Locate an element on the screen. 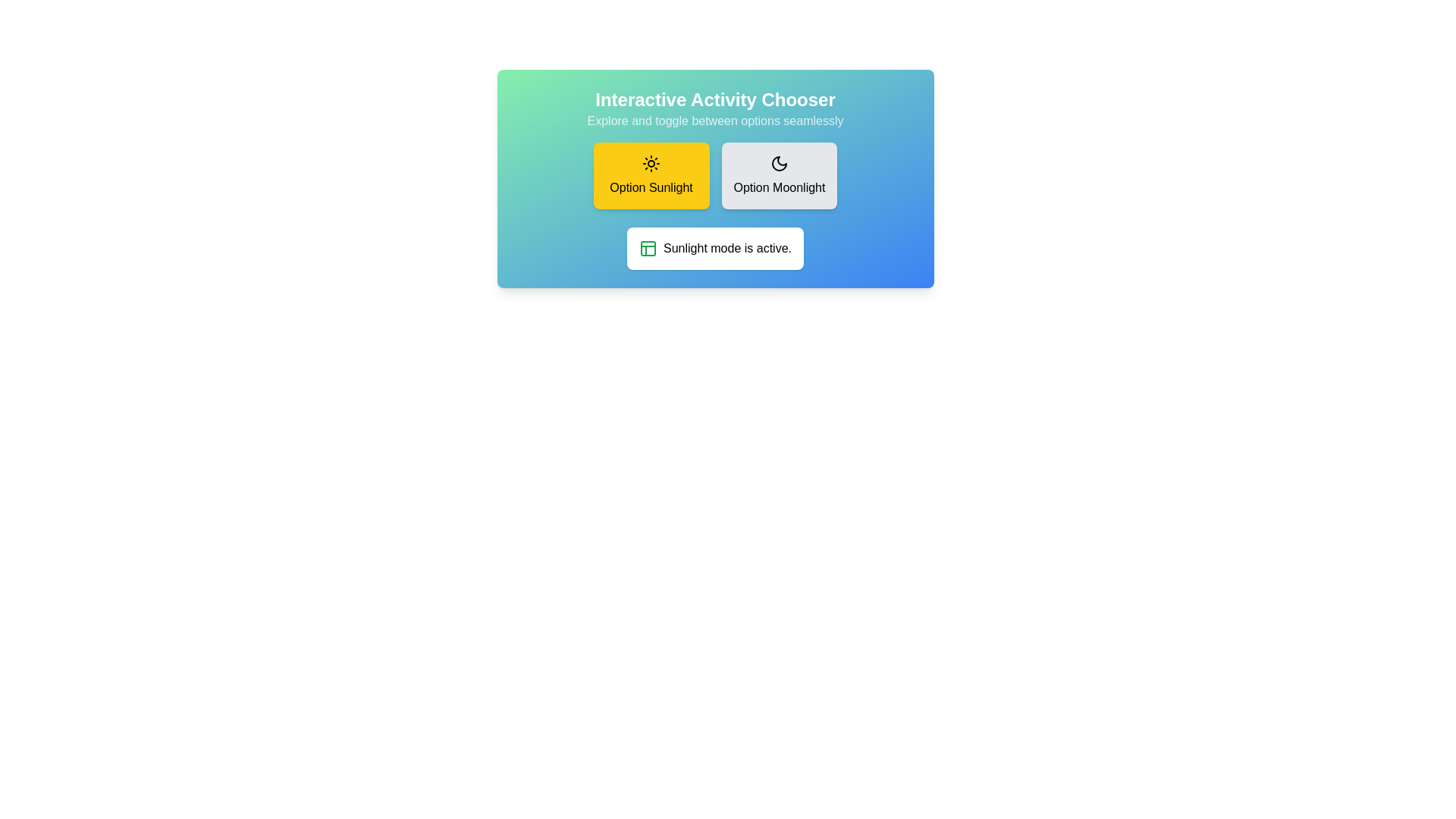 The image size is (1456, 819). textual header element titled 'Interactive Activity Chooser' which contains information about exploring and toggling options seamlessly is located at coordinates (714, 108).